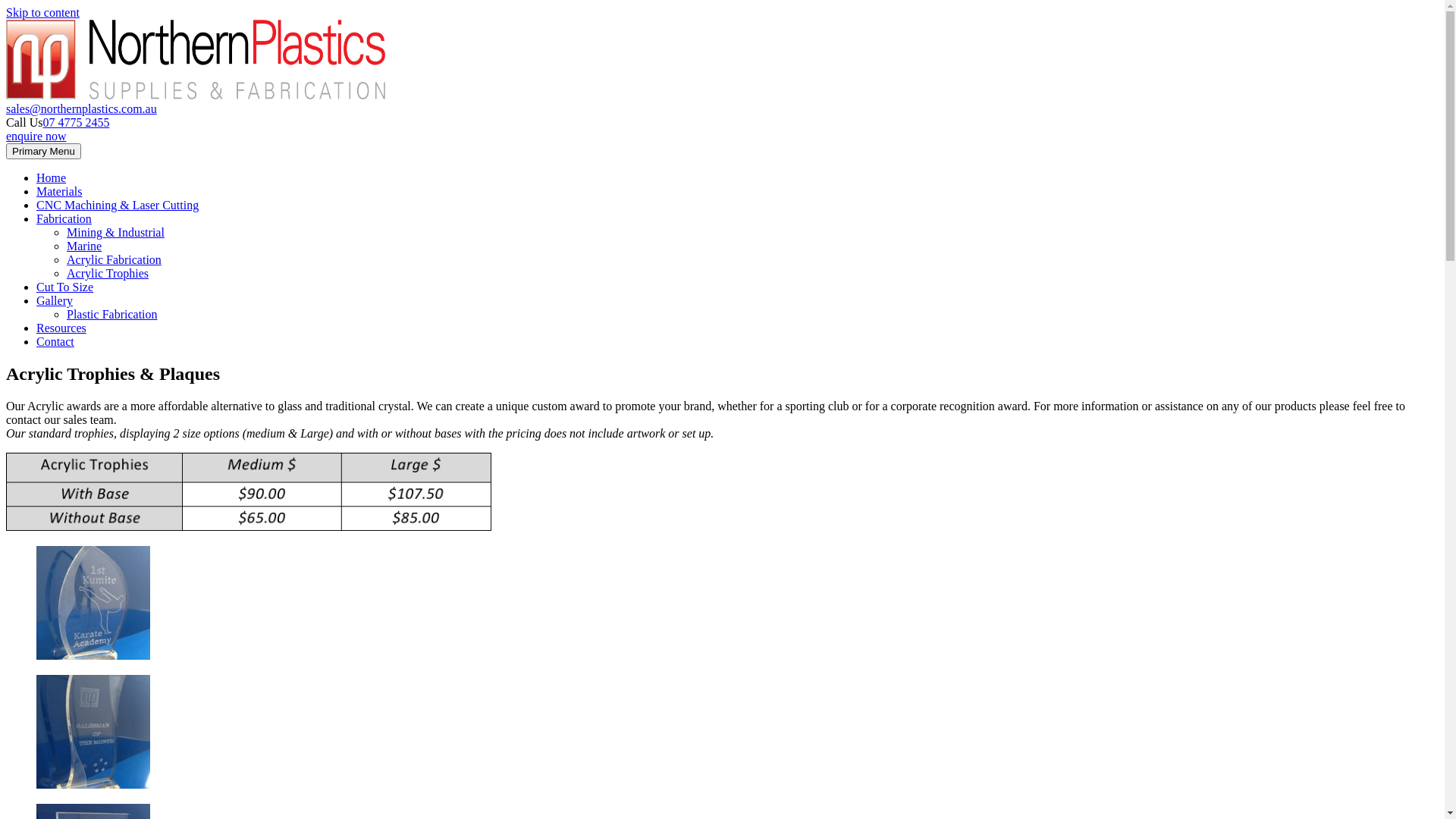  What do you see at coordinates (55, 300) in the screenshot?
I see `'Gallery'` at bounding box center [55, 300].